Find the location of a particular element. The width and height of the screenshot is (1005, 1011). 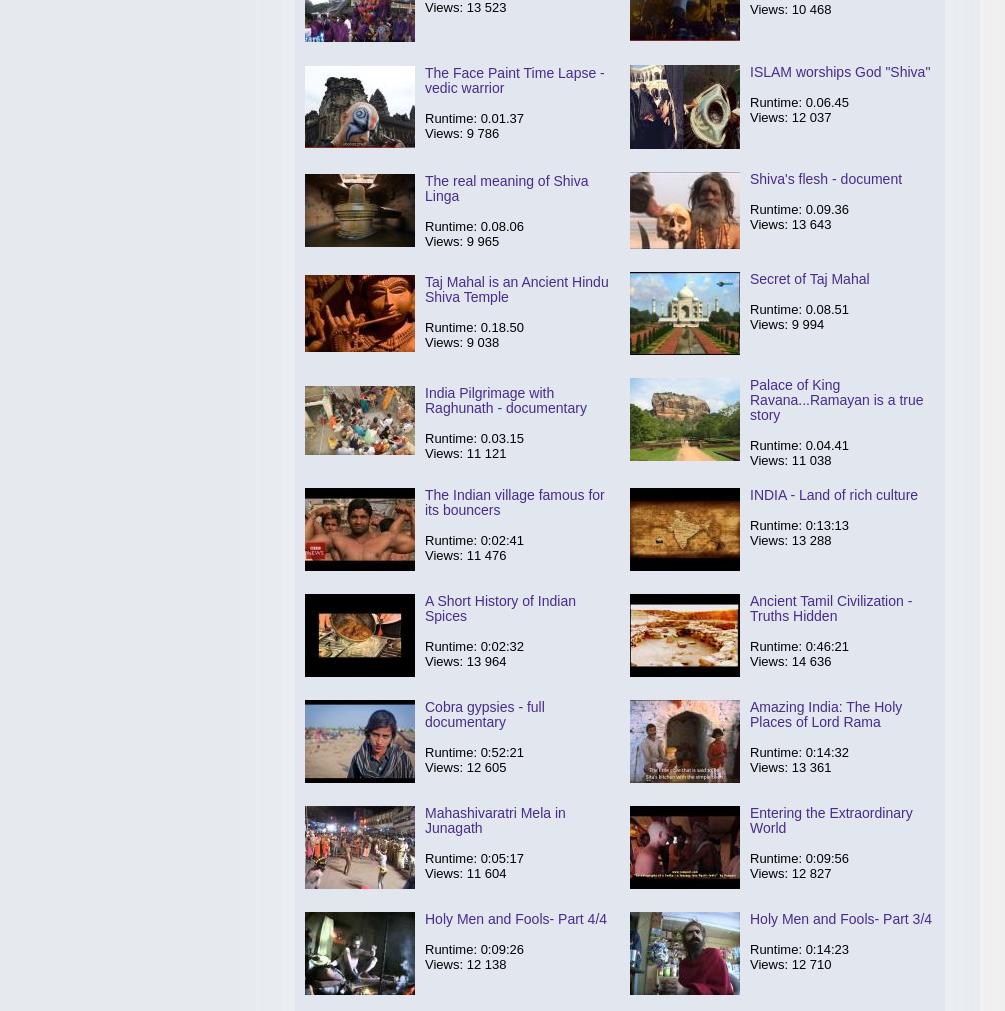

'Holy Men and Fools- Part 3/4' is located at coordinates (839, 918).